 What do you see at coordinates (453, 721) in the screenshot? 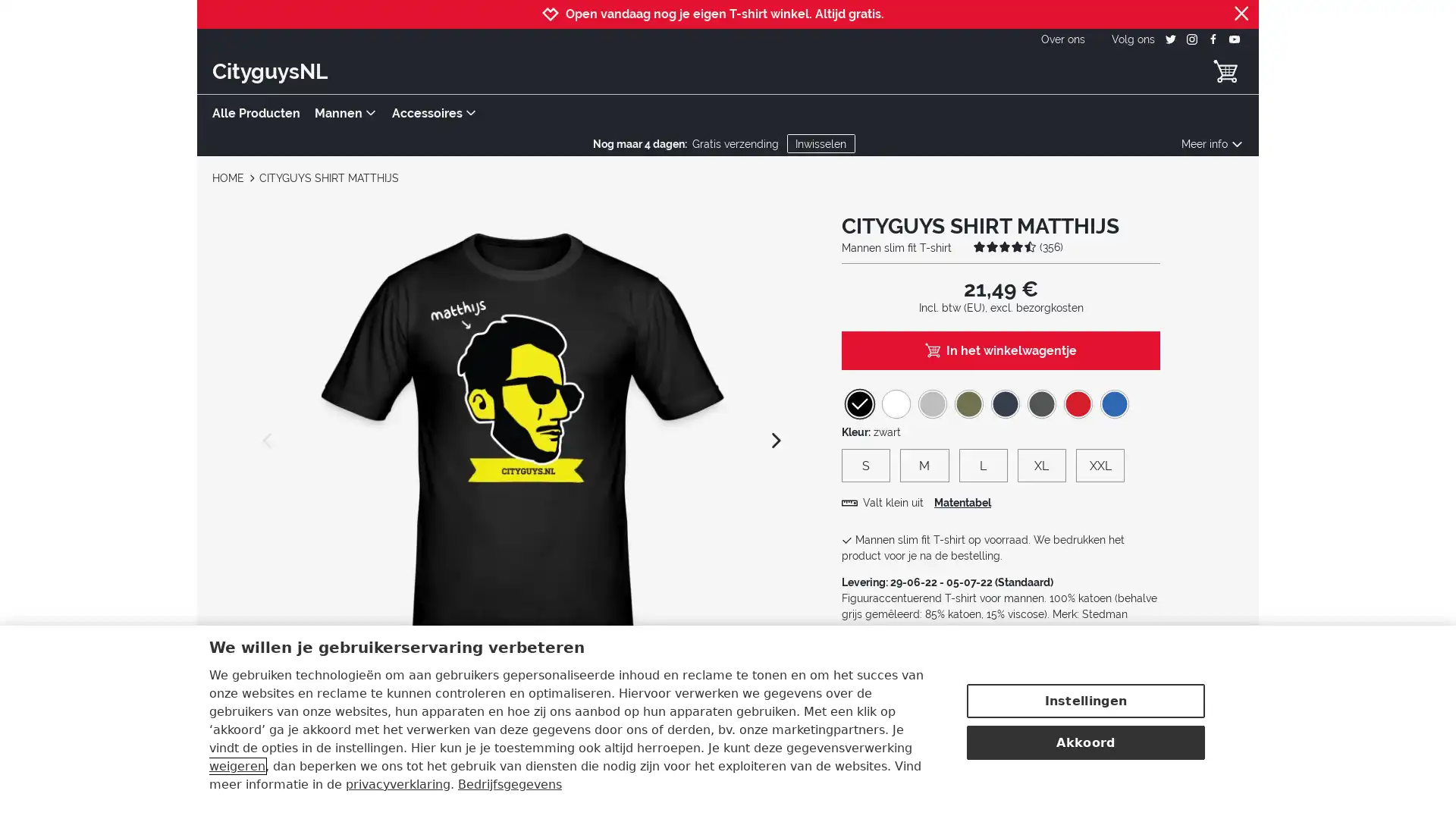
I see `CITYGUYS SHIRT MATTHIJS view 2` at bounding box center [453, 721].